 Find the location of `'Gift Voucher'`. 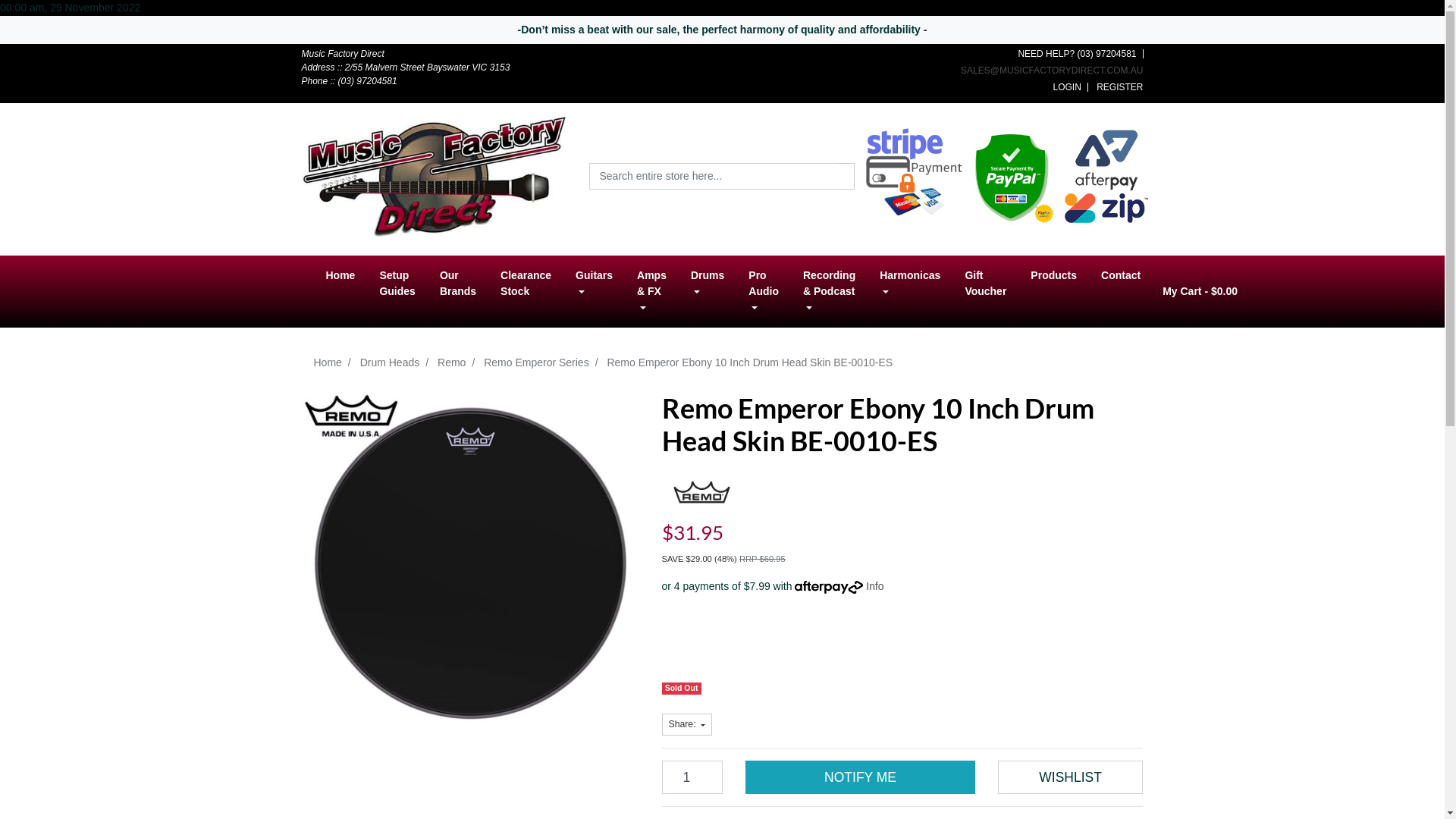

'Gift Voucher' is located at coordinates (952, 284).